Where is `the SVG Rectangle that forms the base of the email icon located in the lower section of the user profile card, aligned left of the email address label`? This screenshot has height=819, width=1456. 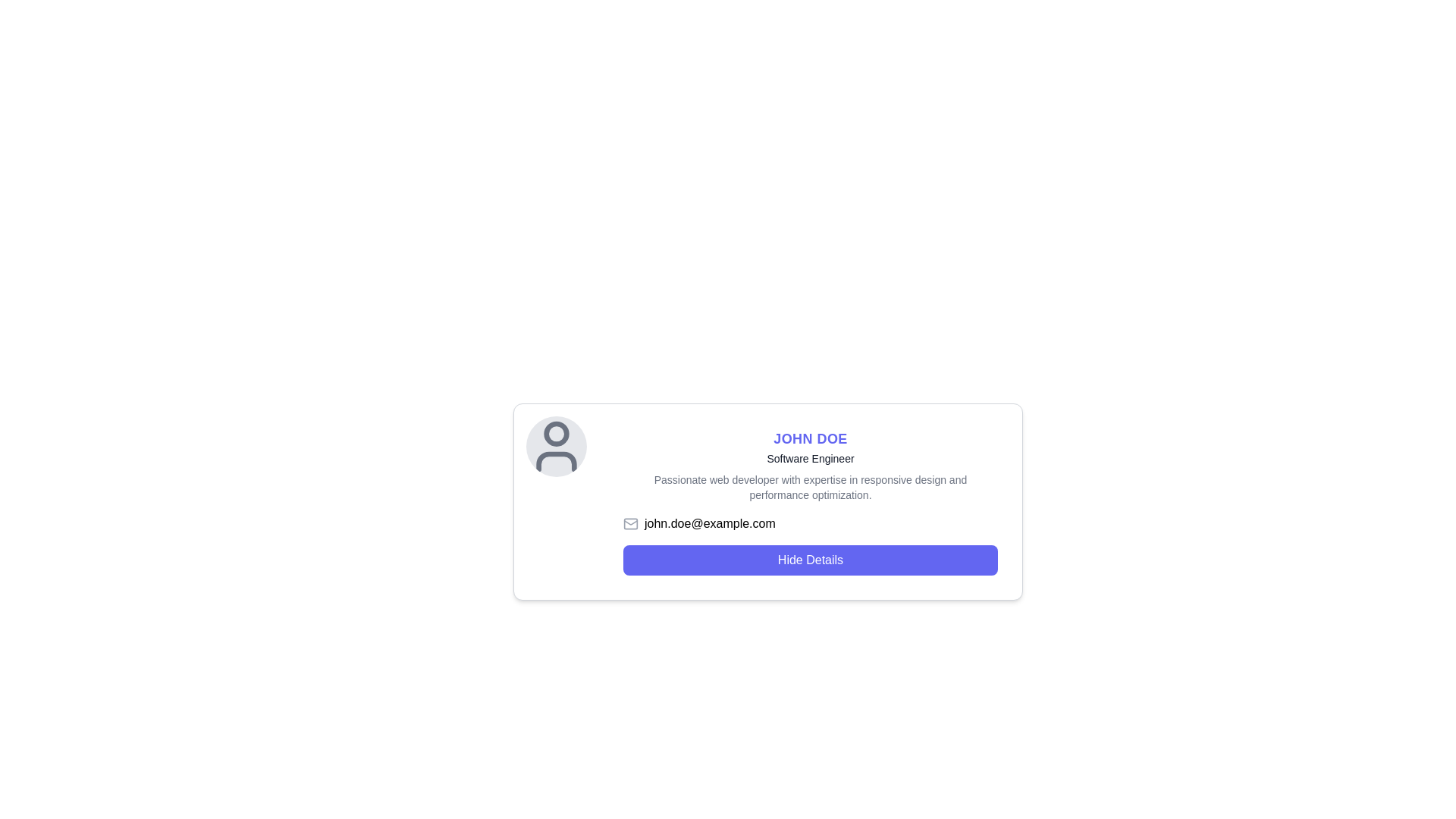 the SVG Rectangle that forms the base of the email icon located in the lower section of the user profile card, aligned left of the email address label is located at coordinates (630, 522).